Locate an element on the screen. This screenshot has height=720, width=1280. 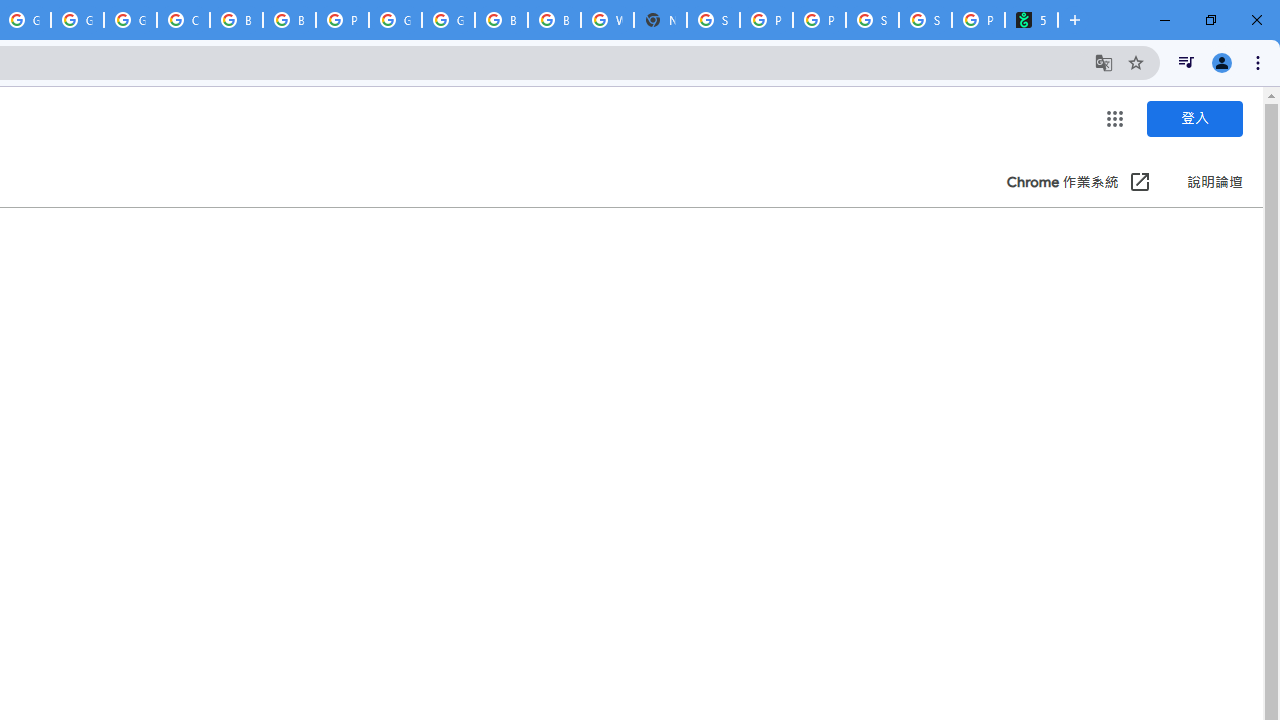
'Google Cloud Platform' is located at coordinates (447, 20).